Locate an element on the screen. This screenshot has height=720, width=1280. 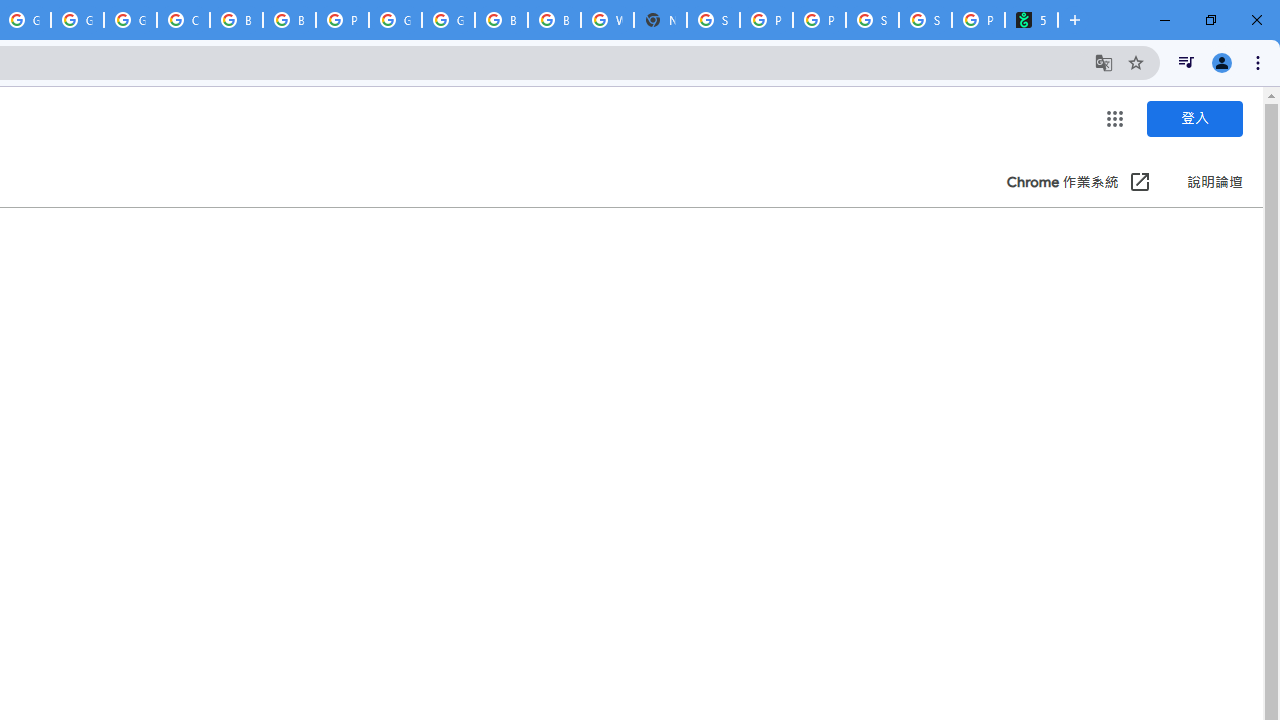
'Google Cloud Platform' is located at coordinates (447, 20).